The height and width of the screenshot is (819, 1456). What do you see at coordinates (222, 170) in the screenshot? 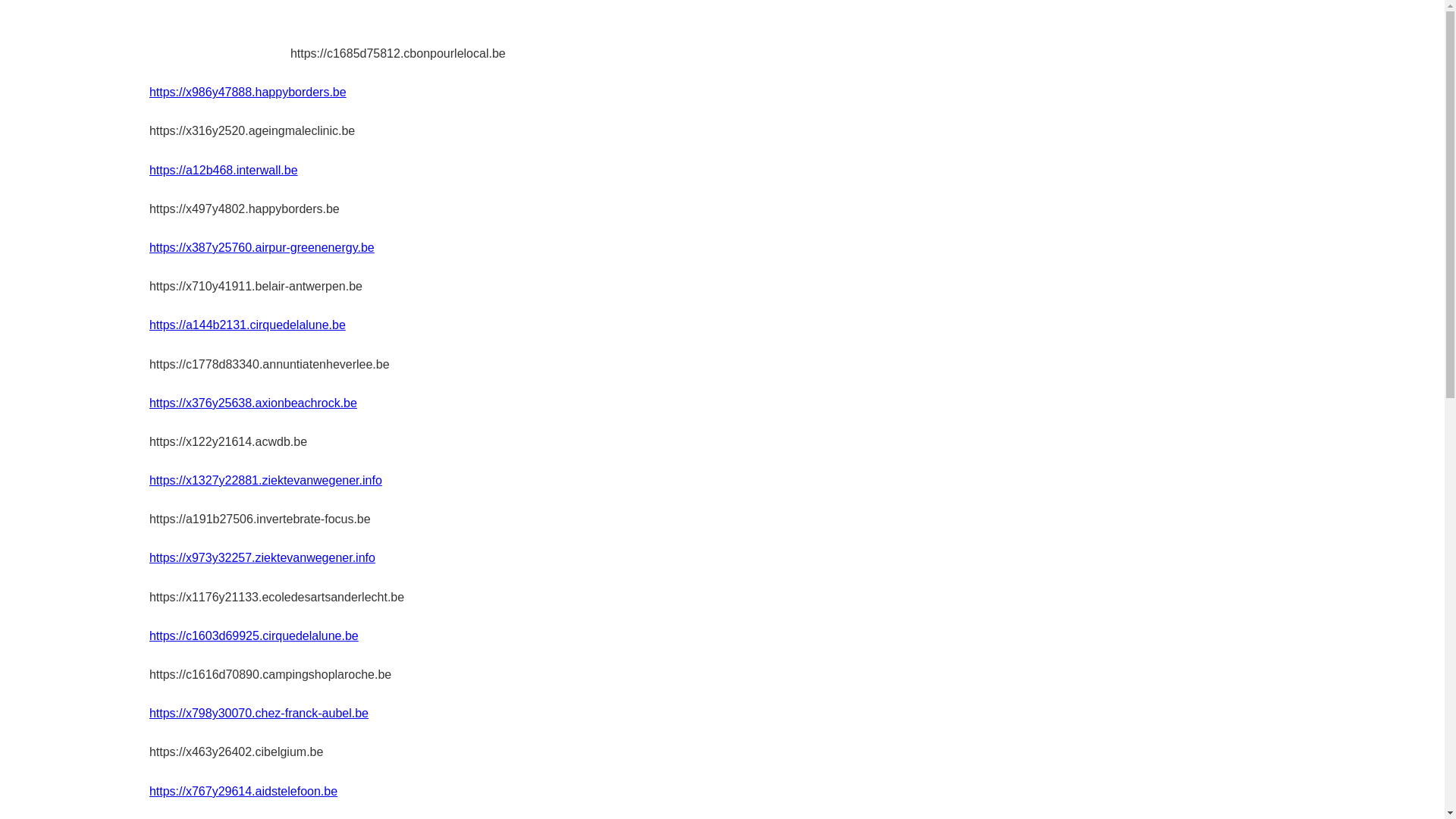
I see `'https://a12b468.interwall.be'` at bounding box center [222, 170].